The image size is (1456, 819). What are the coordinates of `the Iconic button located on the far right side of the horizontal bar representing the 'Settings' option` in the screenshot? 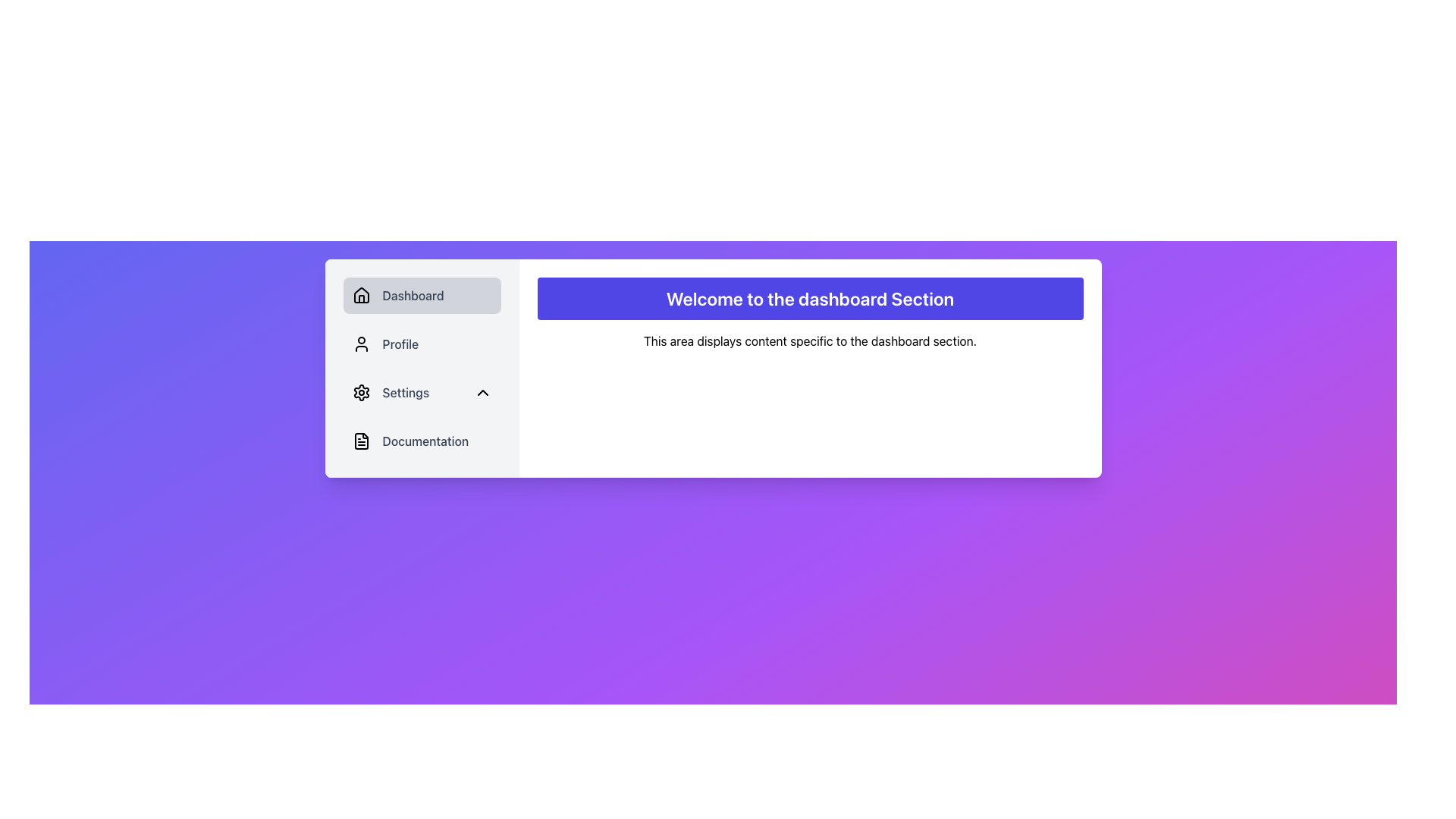 It's located at (482, 391).